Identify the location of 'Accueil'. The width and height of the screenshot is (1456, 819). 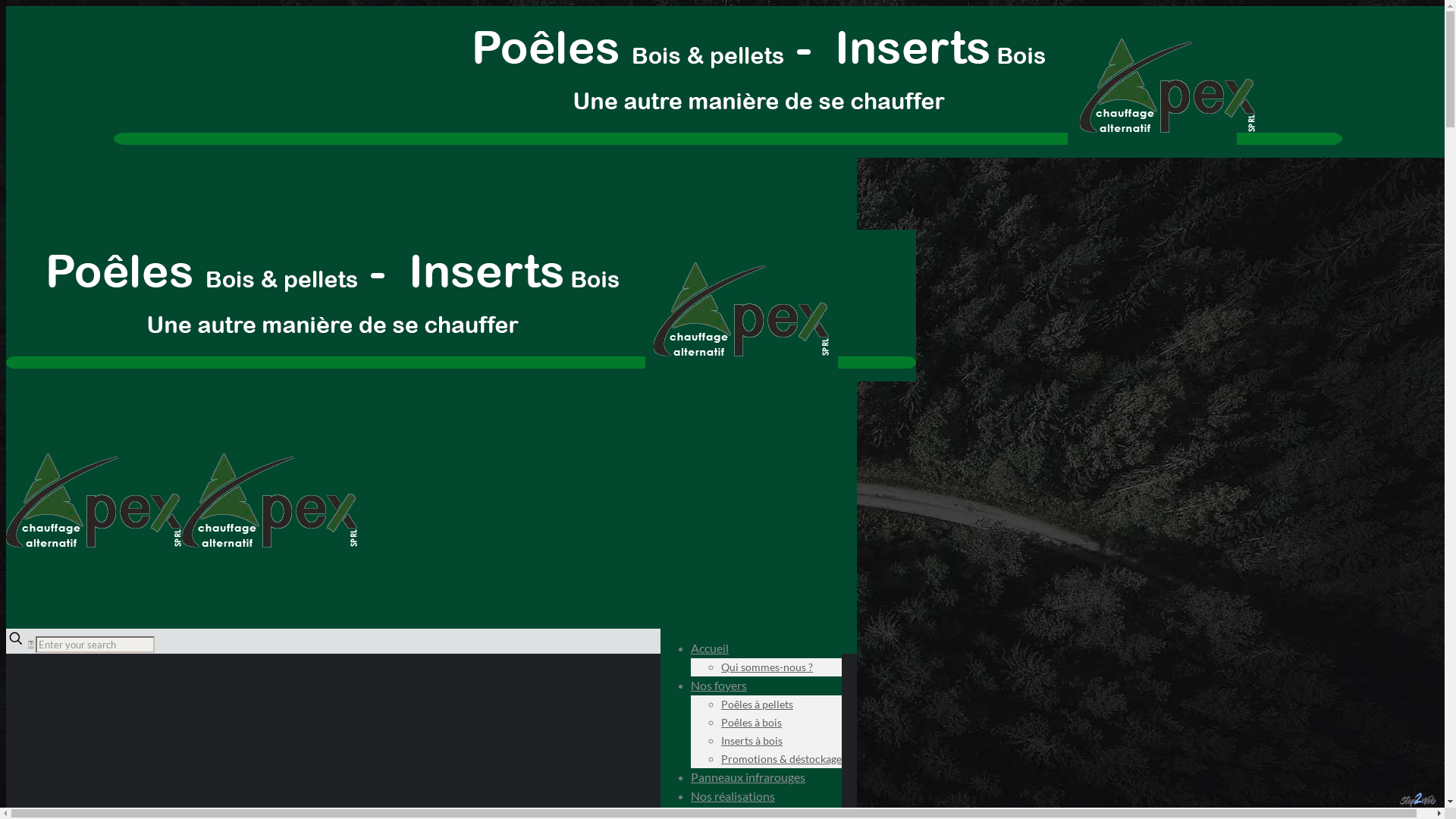
(709, 648).